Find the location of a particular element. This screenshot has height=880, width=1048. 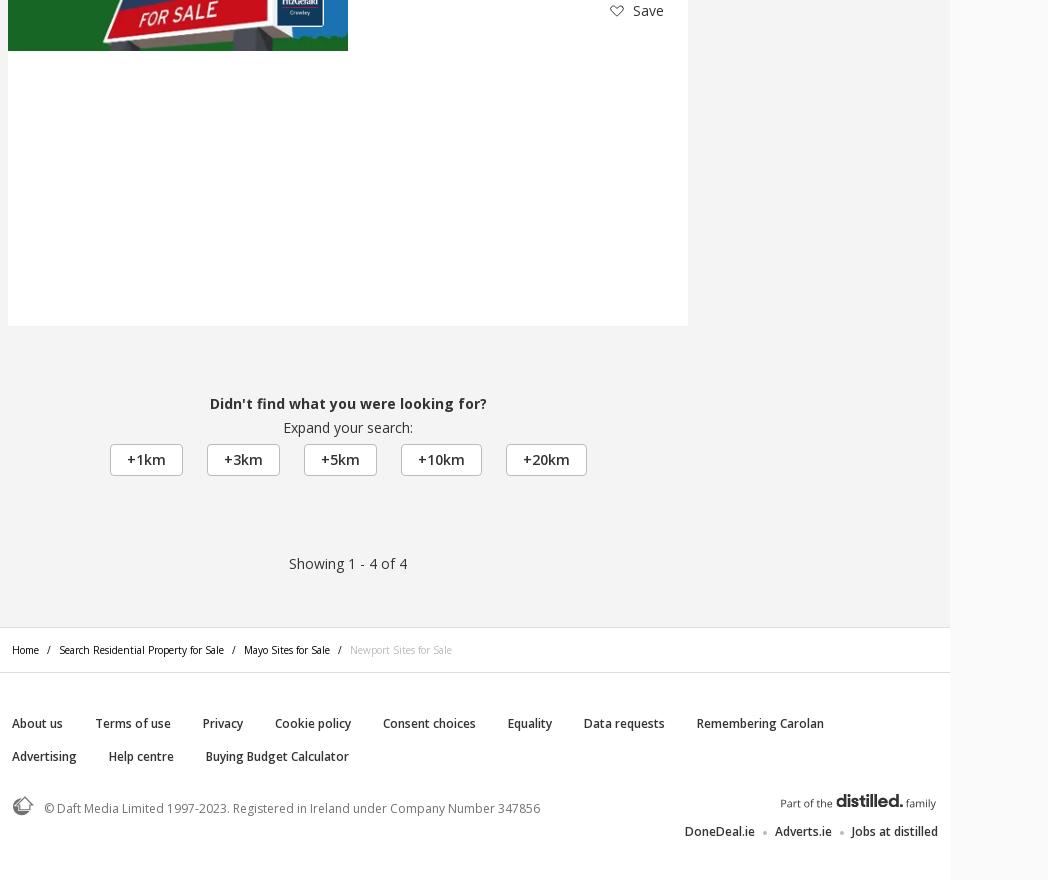

'+5km' is located at coordinates (319, 458).